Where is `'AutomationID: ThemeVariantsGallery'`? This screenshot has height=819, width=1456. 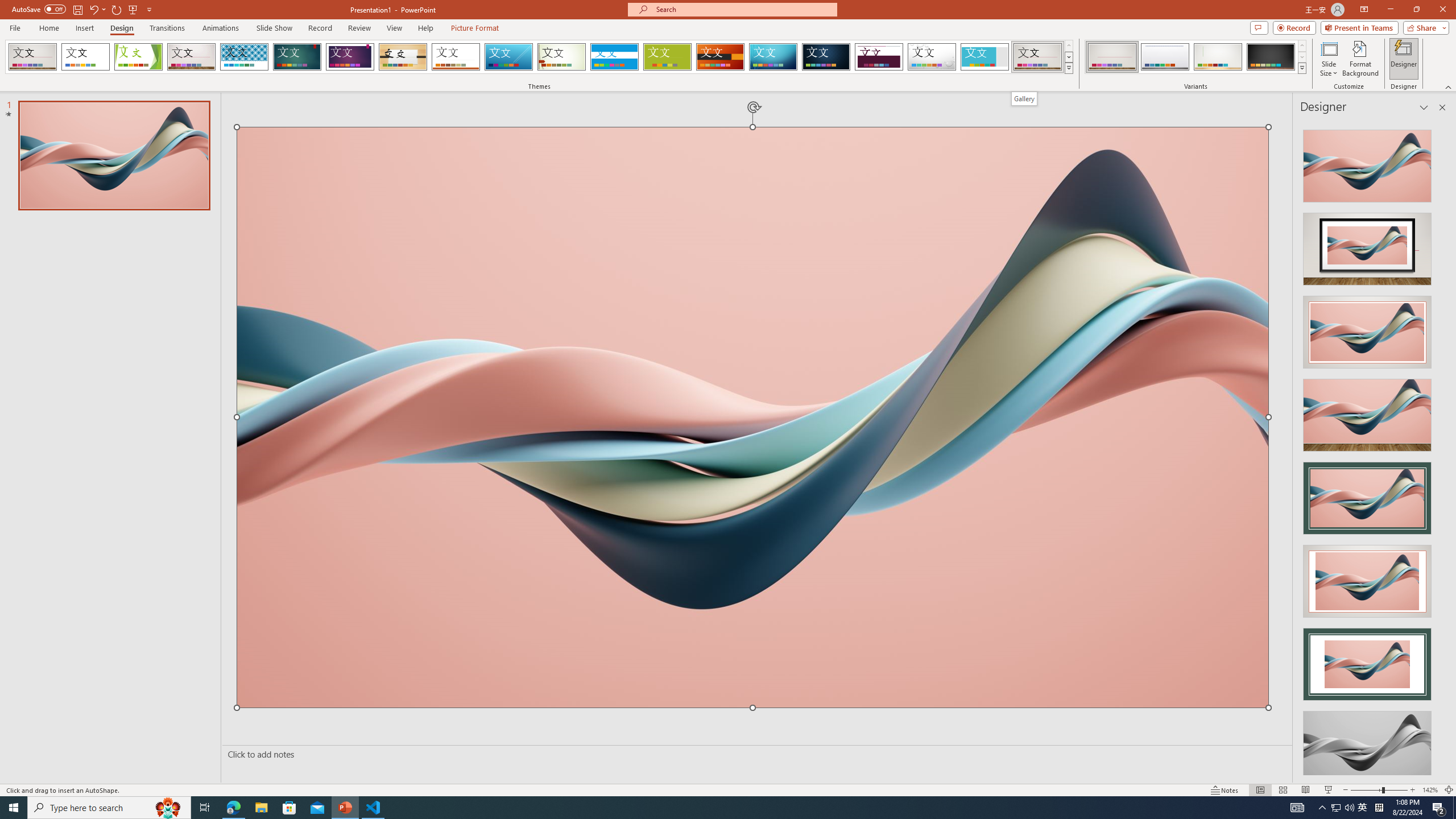
'AutomationID: ThemeVariantsGallery' is located at coordinates (1196, 56).